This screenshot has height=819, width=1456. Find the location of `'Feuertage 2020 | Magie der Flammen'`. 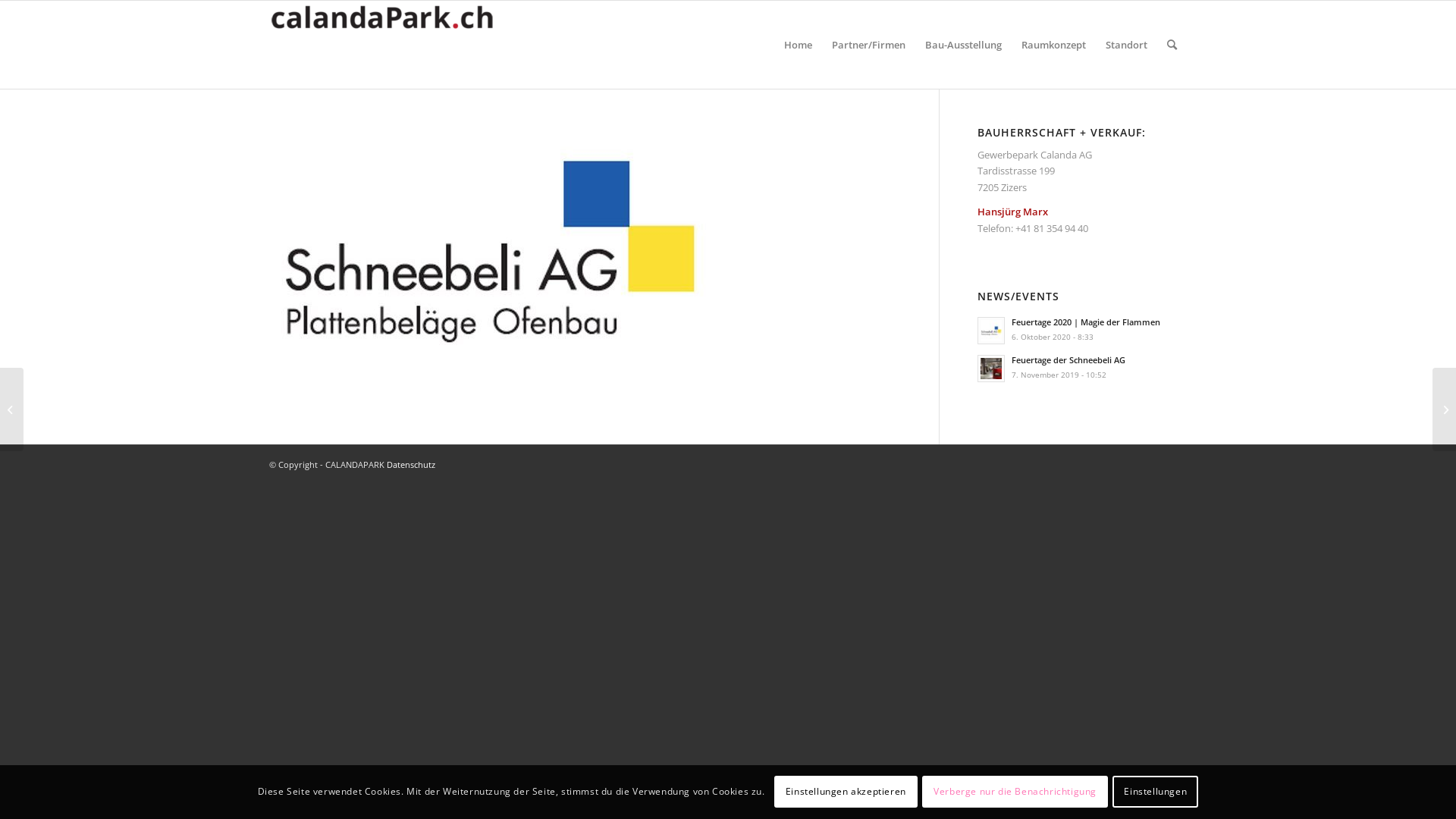

'Feuertage 2020 | Magie der Flammen' is located at coordinates (1084, 321).